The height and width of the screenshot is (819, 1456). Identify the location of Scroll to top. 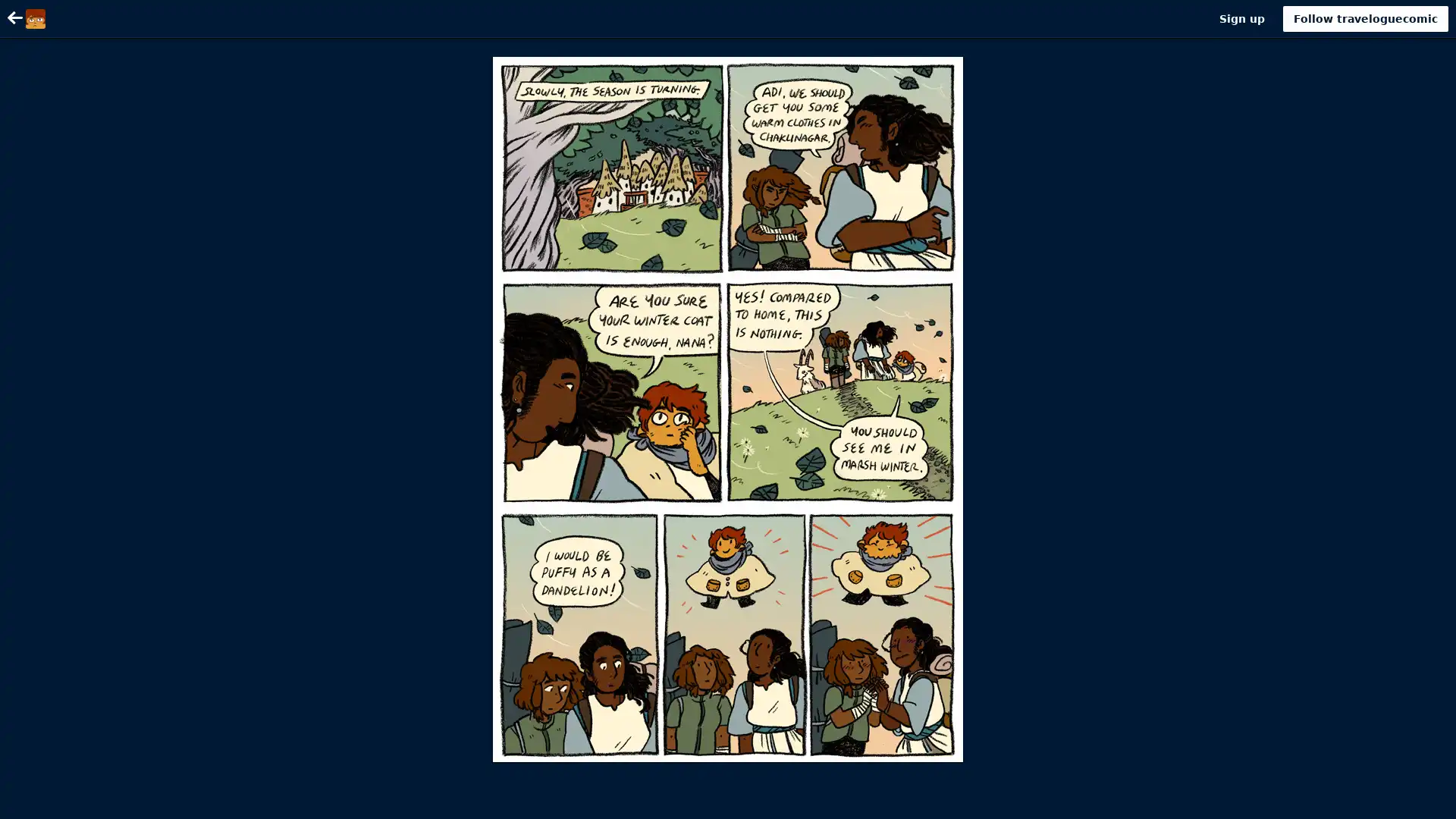
(1426, 802).